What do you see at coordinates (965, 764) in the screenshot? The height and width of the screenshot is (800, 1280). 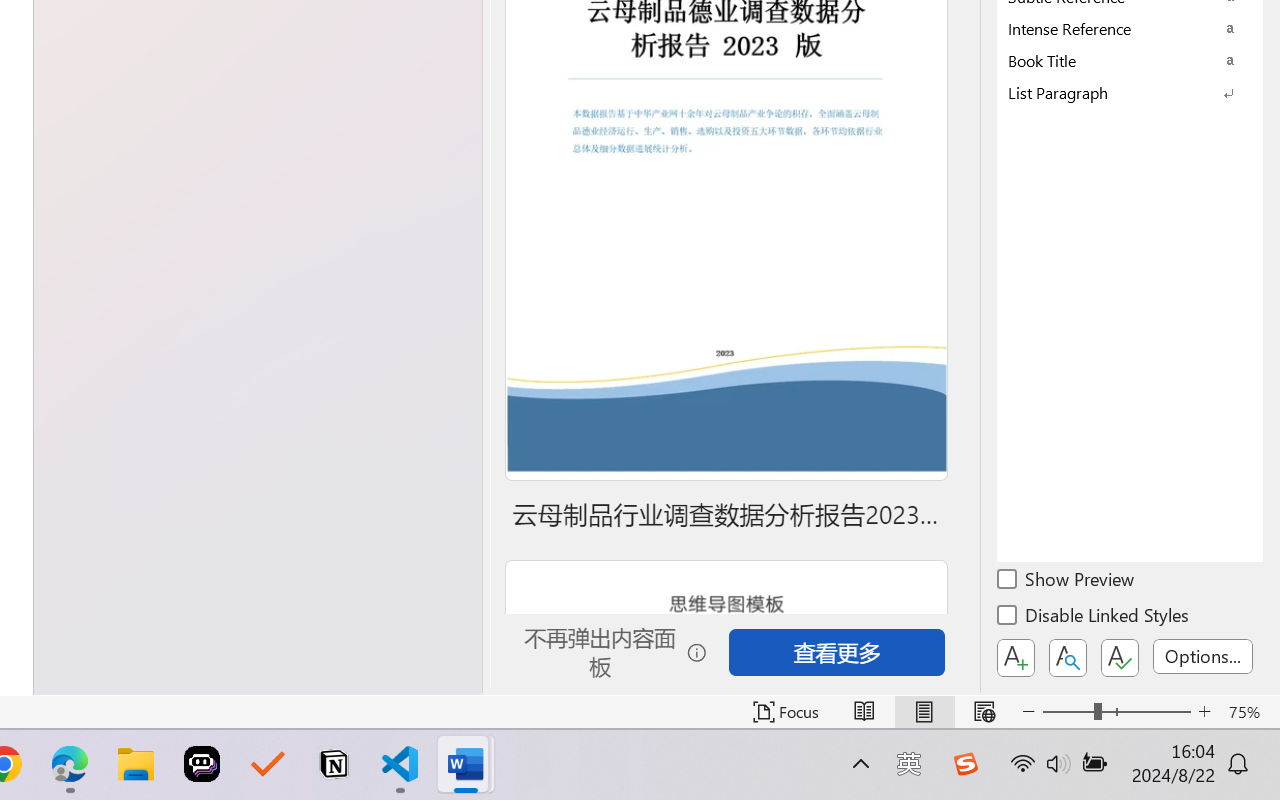 I see `'Class: Image'` at bounding box center [965, 764].